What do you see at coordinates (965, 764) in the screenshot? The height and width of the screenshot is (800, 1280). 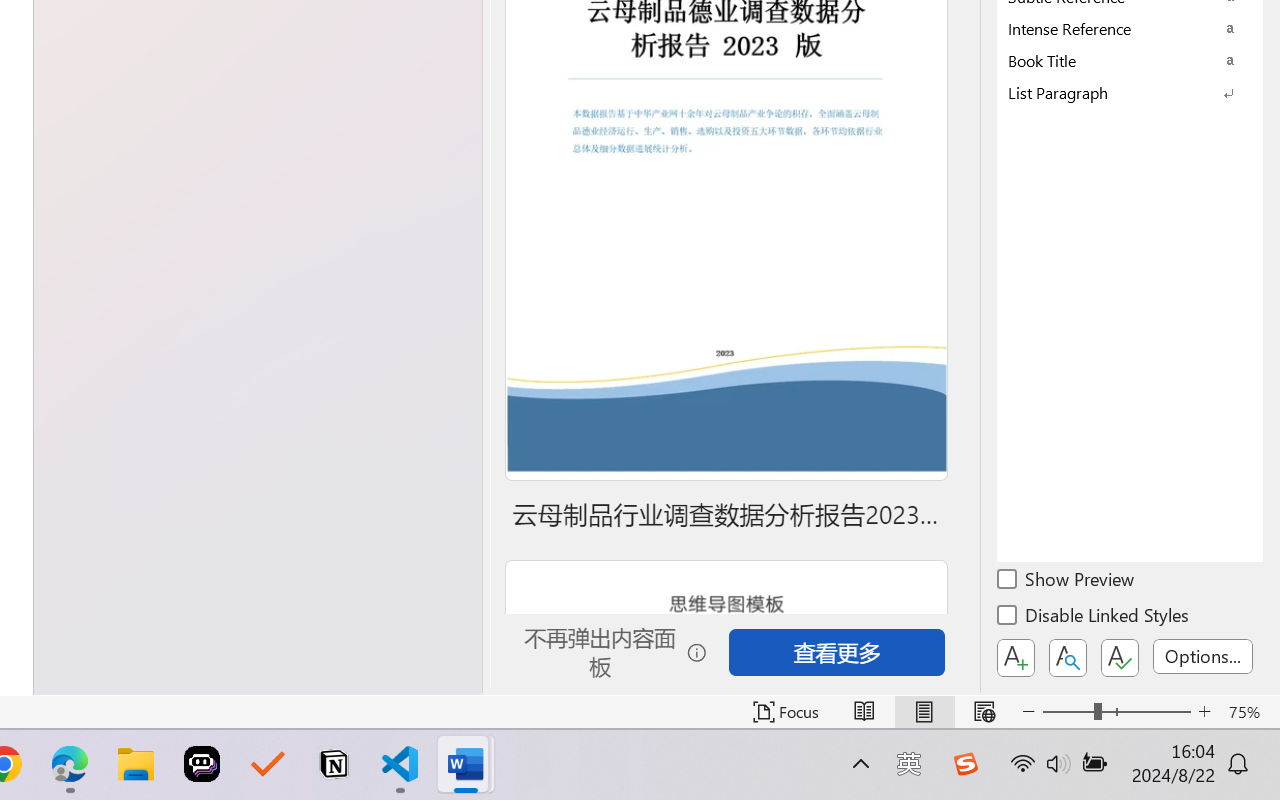 I see `'Class: Image'` at bounding box center [965, 764].